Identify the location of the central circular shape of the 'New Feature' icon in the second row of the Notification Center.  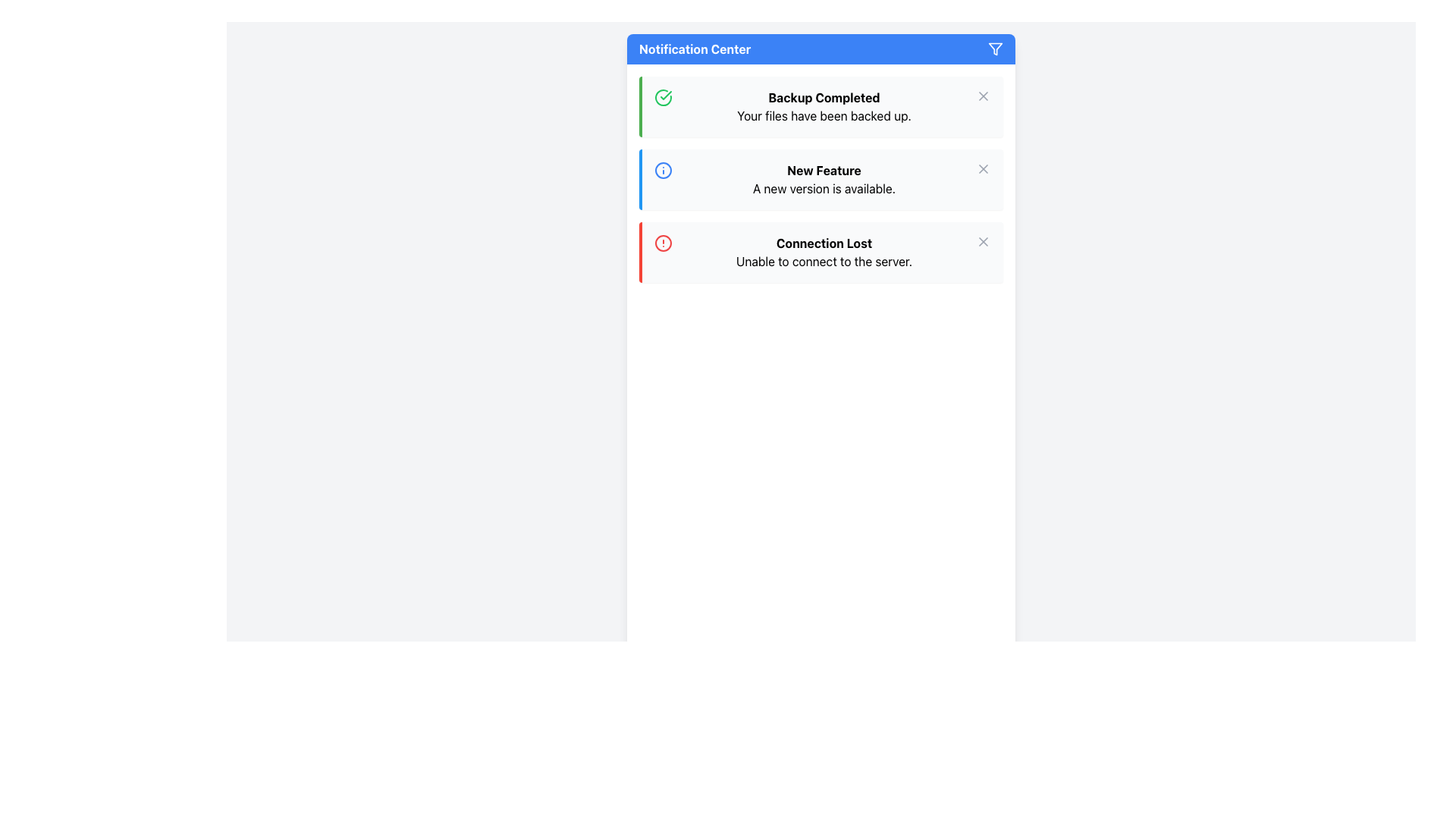
(663, 170).